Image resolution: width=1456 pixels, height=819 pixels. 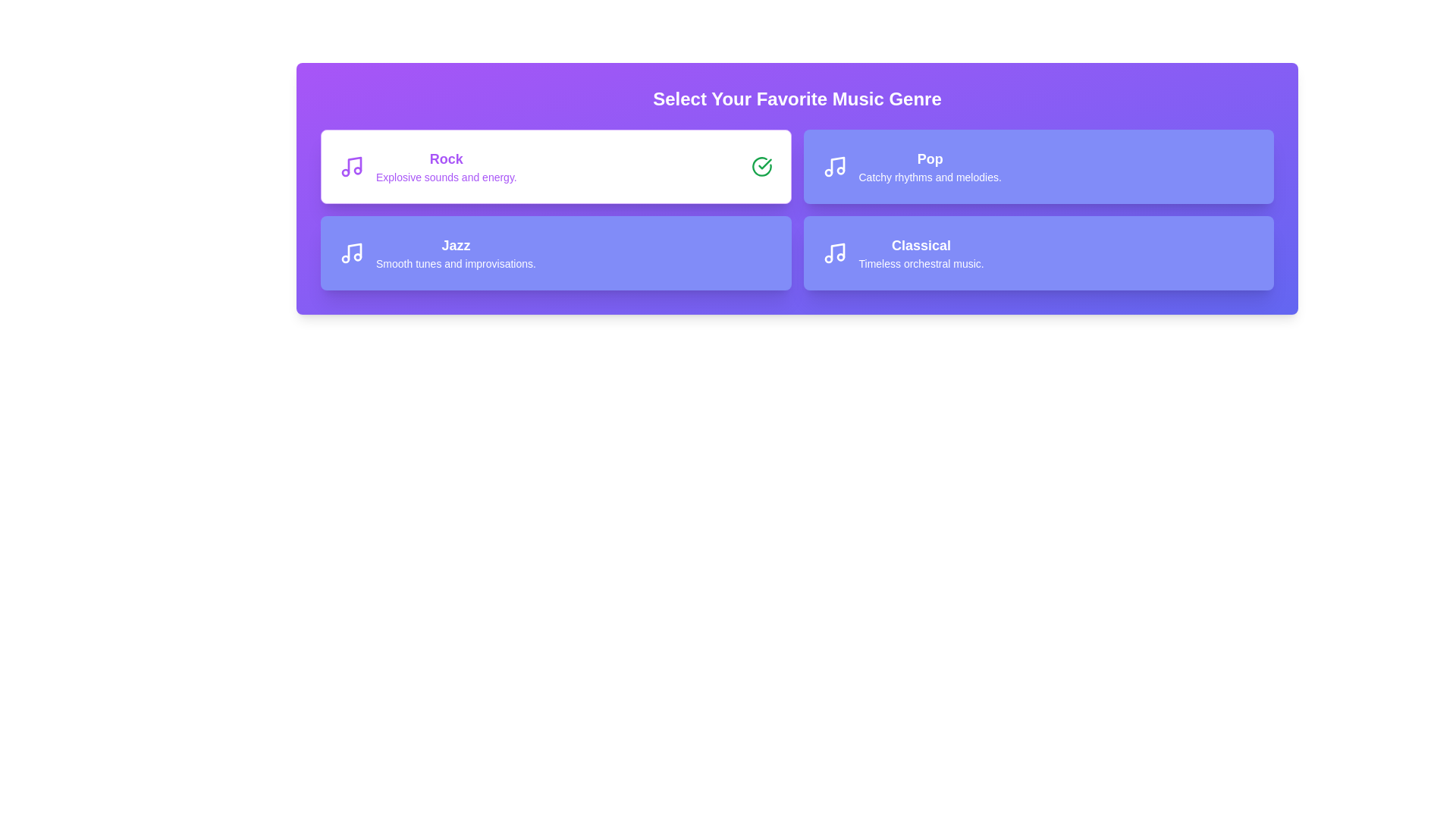 What do you see at coordinates (929, 158) in the screenshot?
I see `the blue button containing the 'Pop' text label that is aligned to the left and centered vertically` at bounding box center [929, 158].